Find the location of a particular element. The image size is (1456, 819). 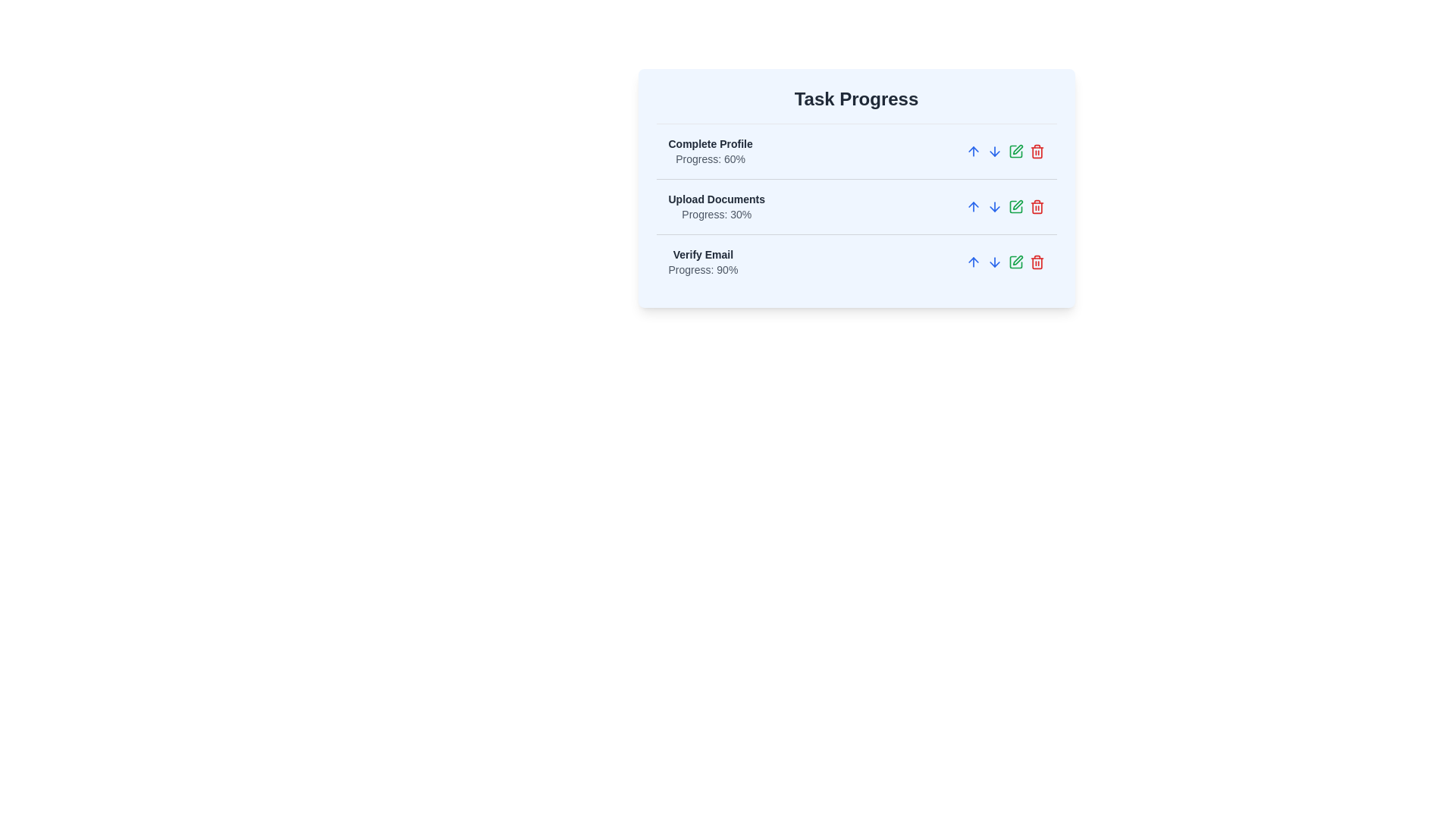

the green pencil-shaped edit button located in the 'Task Progress' section beside the red trash can icon is located at coordinates (1015, 262).